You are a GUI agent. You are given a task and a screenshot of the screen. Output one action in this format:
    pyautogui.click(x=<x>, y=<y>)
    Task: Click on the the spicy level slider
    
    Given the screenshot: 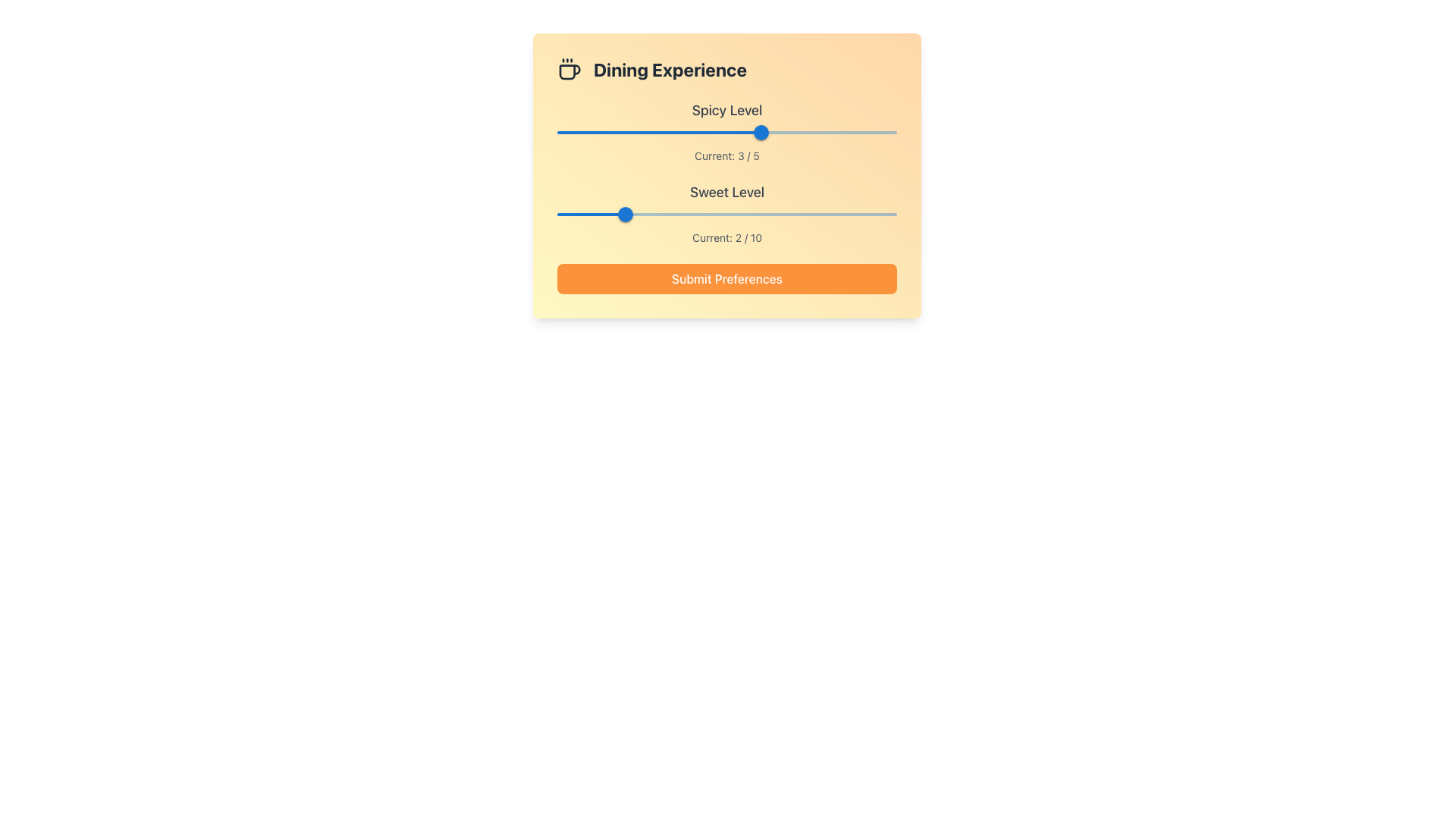 What is the action you would take?
    pyautogui.click(x=667, y=131)
    